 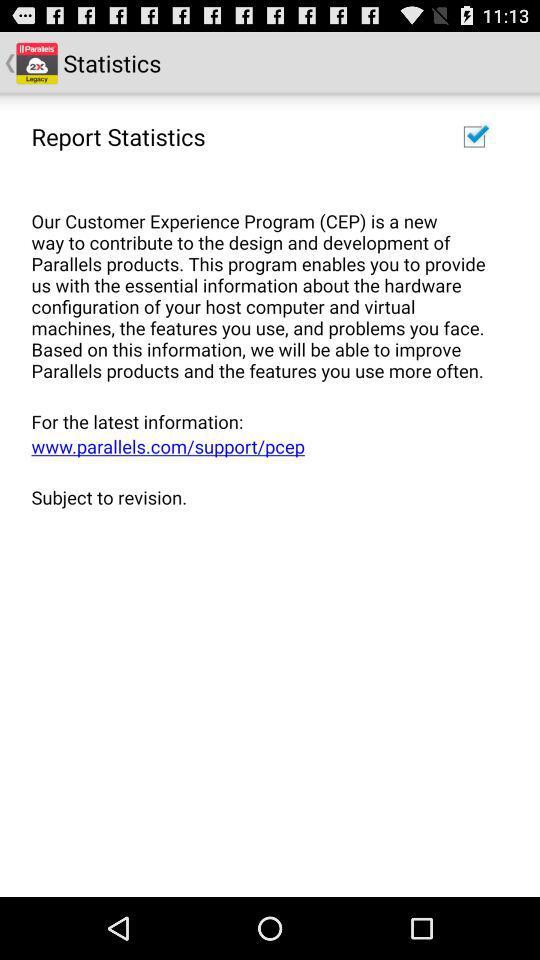 What do you see at coordinates (473, 135) in the screenshot?
I see `the item at the top right corner` at bounding box center [473, 135].